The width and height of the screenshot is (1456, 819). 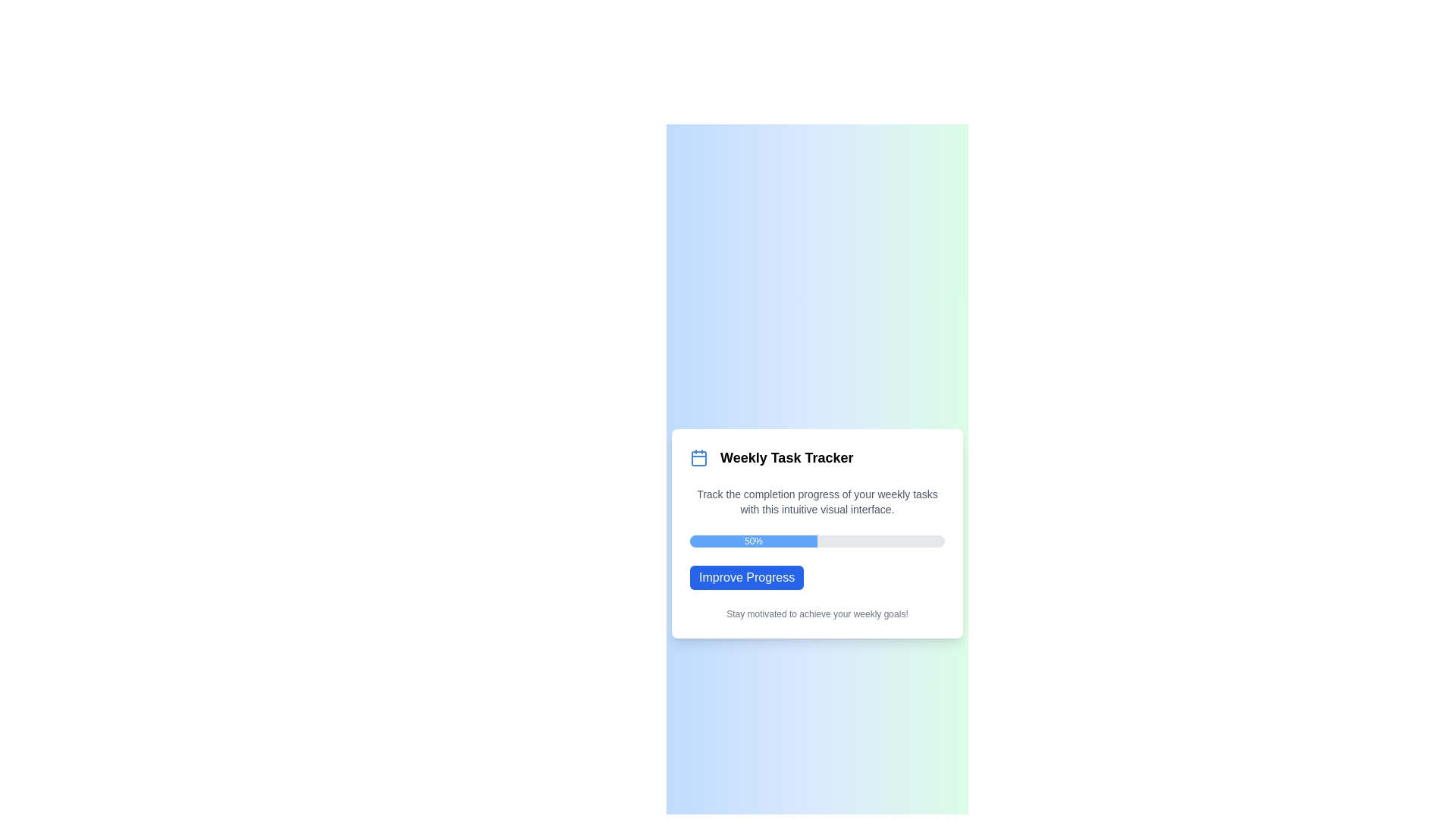 What do you see at coordinates (817, 614) in the screenshot?
I see `the motivational text located at the bottom of the card in the 'Weekly Task Tracker' application, positioned directly below the 'Improve Progress' button` at bounding box center [817, 614].